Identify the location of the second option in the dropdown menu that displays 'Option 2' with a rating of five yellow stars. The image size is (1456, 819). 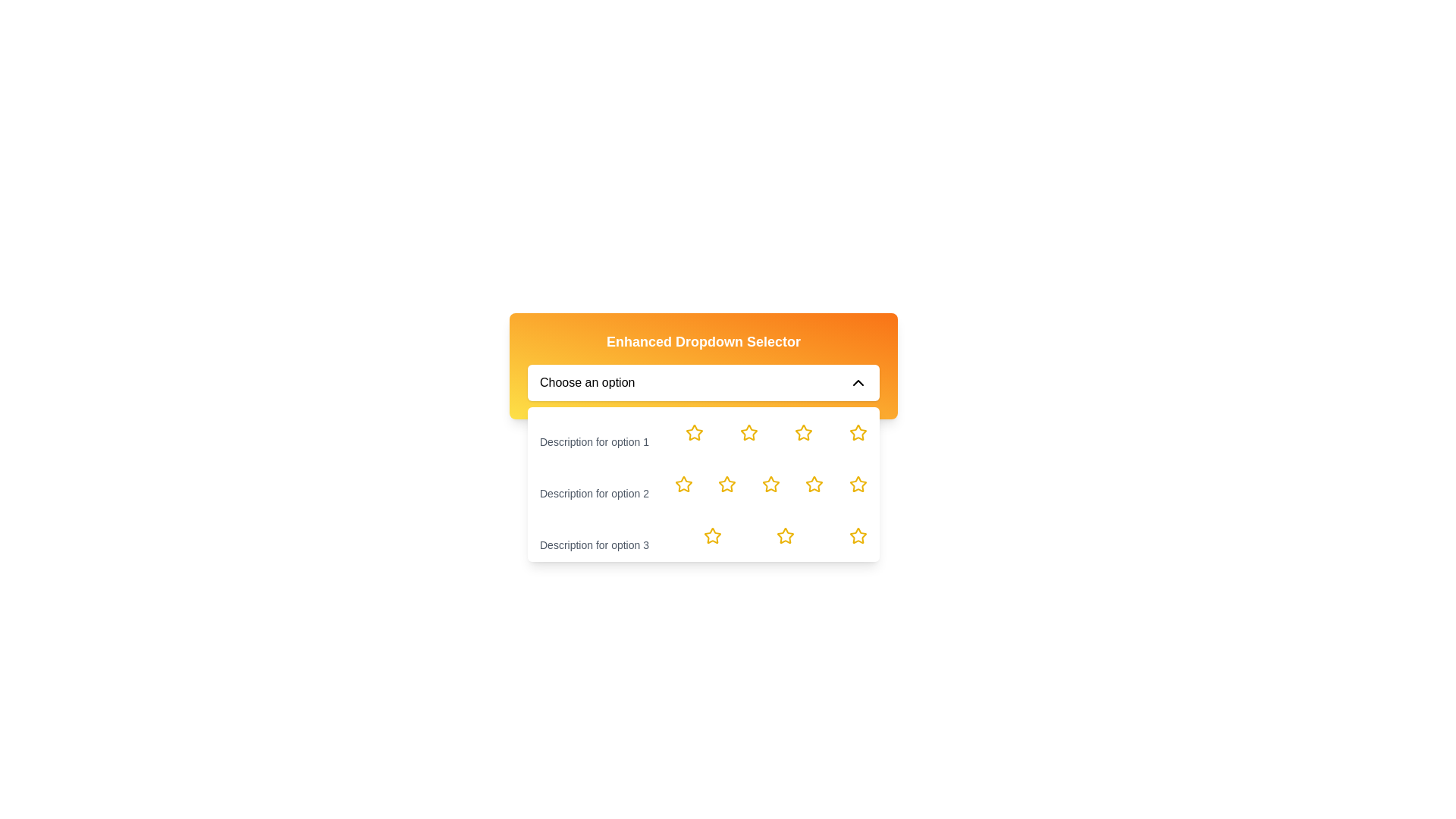
(702, 485).